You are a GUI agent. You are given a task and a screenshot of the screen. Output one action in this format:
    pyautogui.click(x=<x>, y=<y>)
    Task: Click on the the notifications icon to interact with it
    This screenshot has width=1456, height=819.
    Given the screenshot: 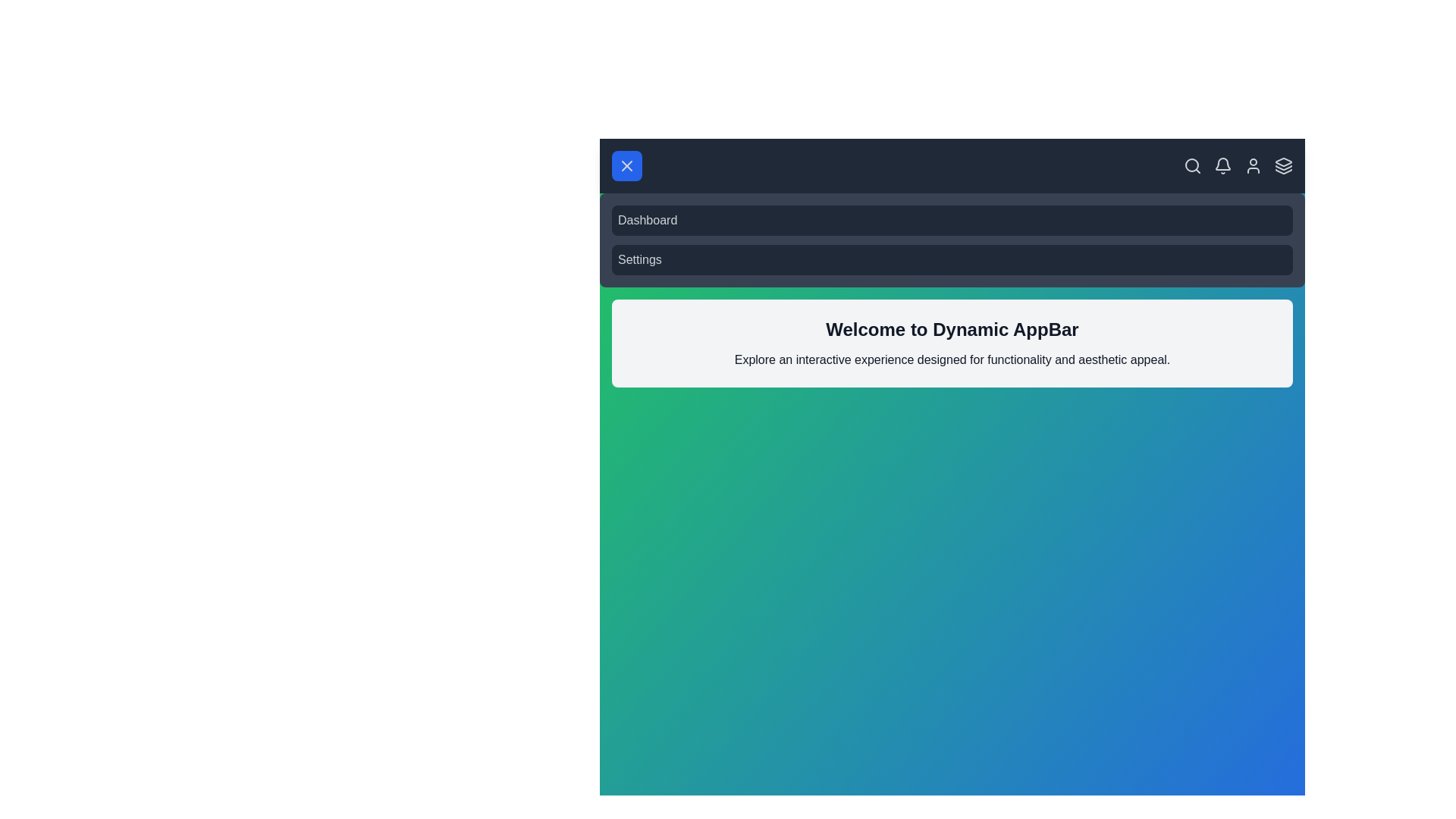 What is the action you would take?
    pyautogui.click(x=1222, y=166)
    